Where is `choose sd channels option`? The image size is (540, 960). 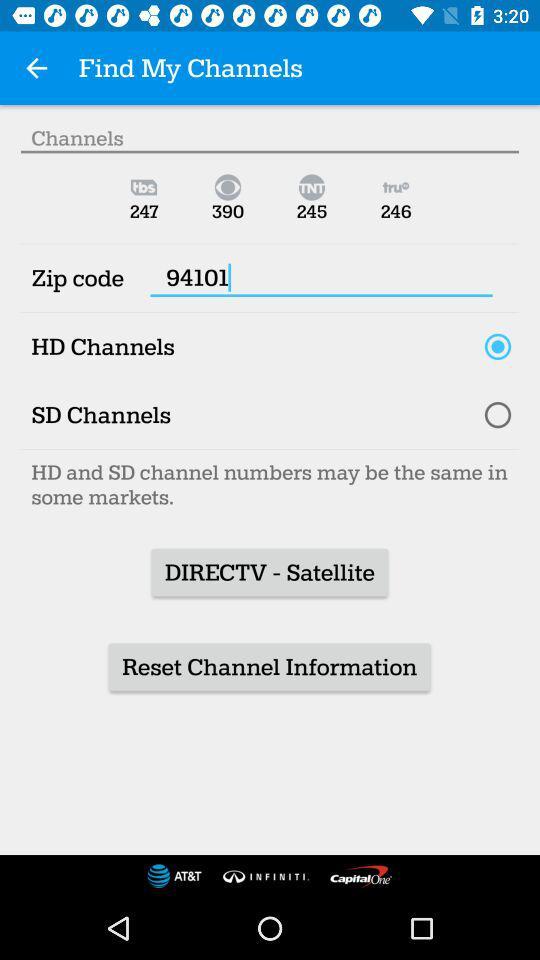
choose sd channels option is located at coordinates (496, 414).